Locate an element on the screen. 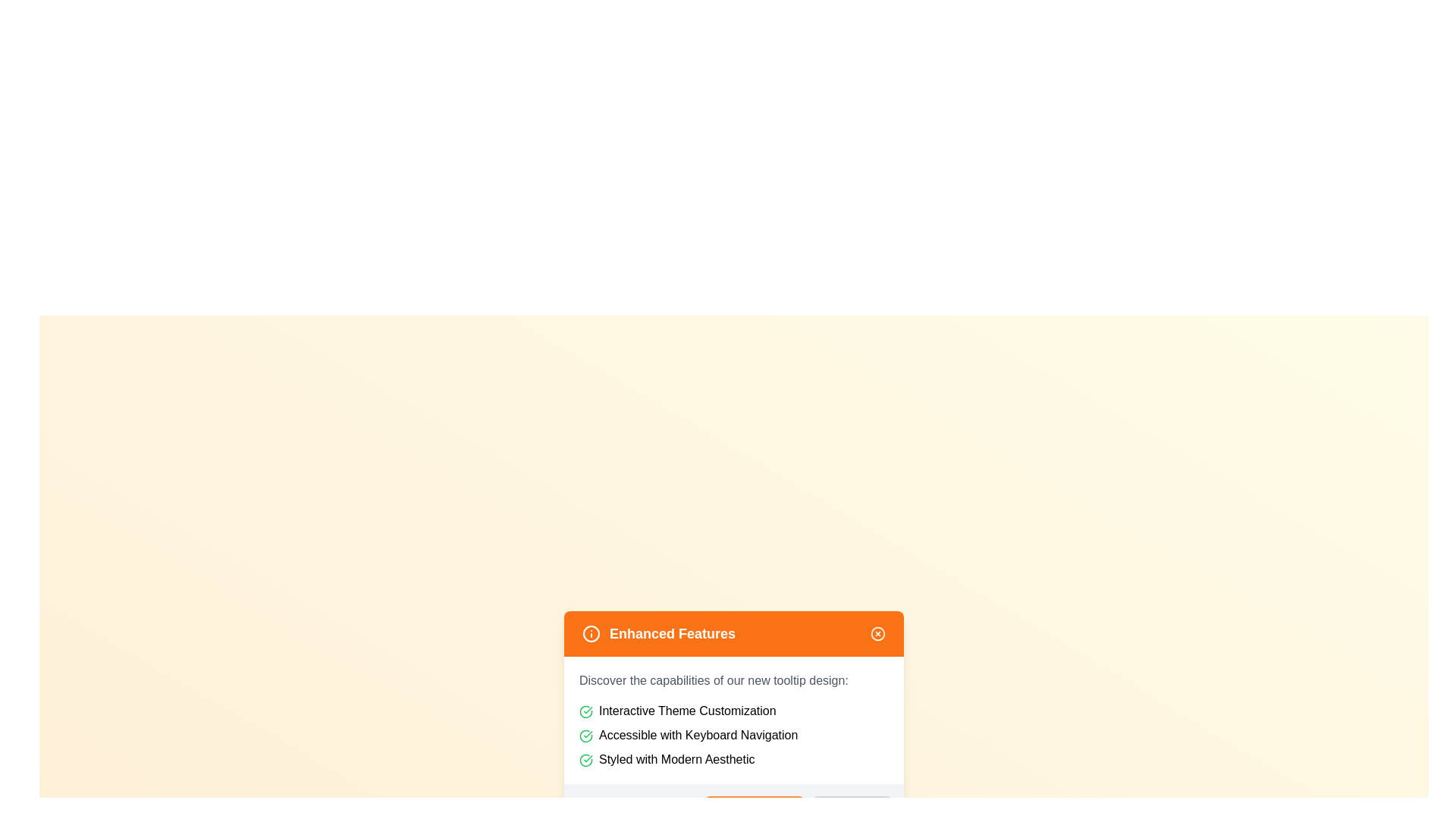 The image size is (1456, 819). the green circular icon with a checkmark located to the left of the label 'Accessible with Keyboard Navigation' is located at coordinates (585, 734).